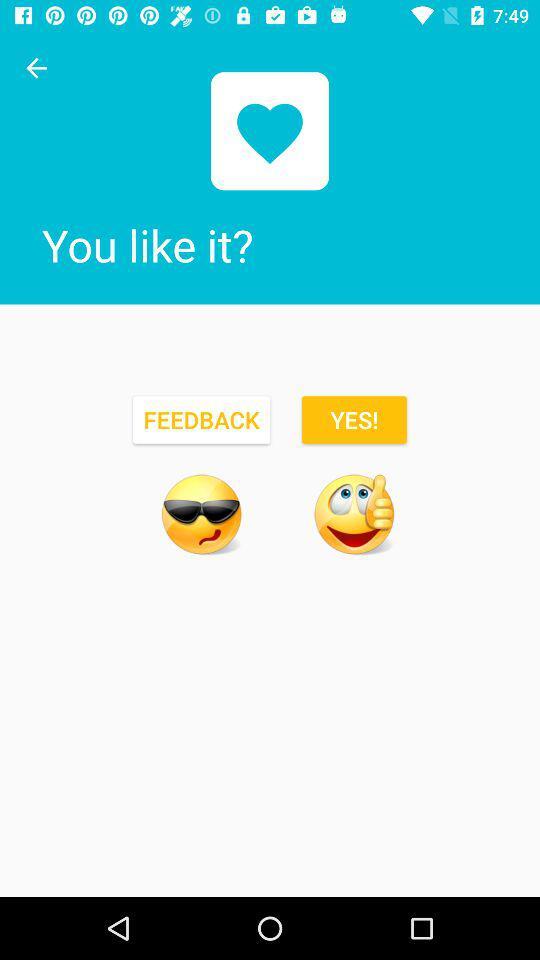  Describe the element at coordinates (353, 513) in the screenshot. I see `the emoji icon` at that location.